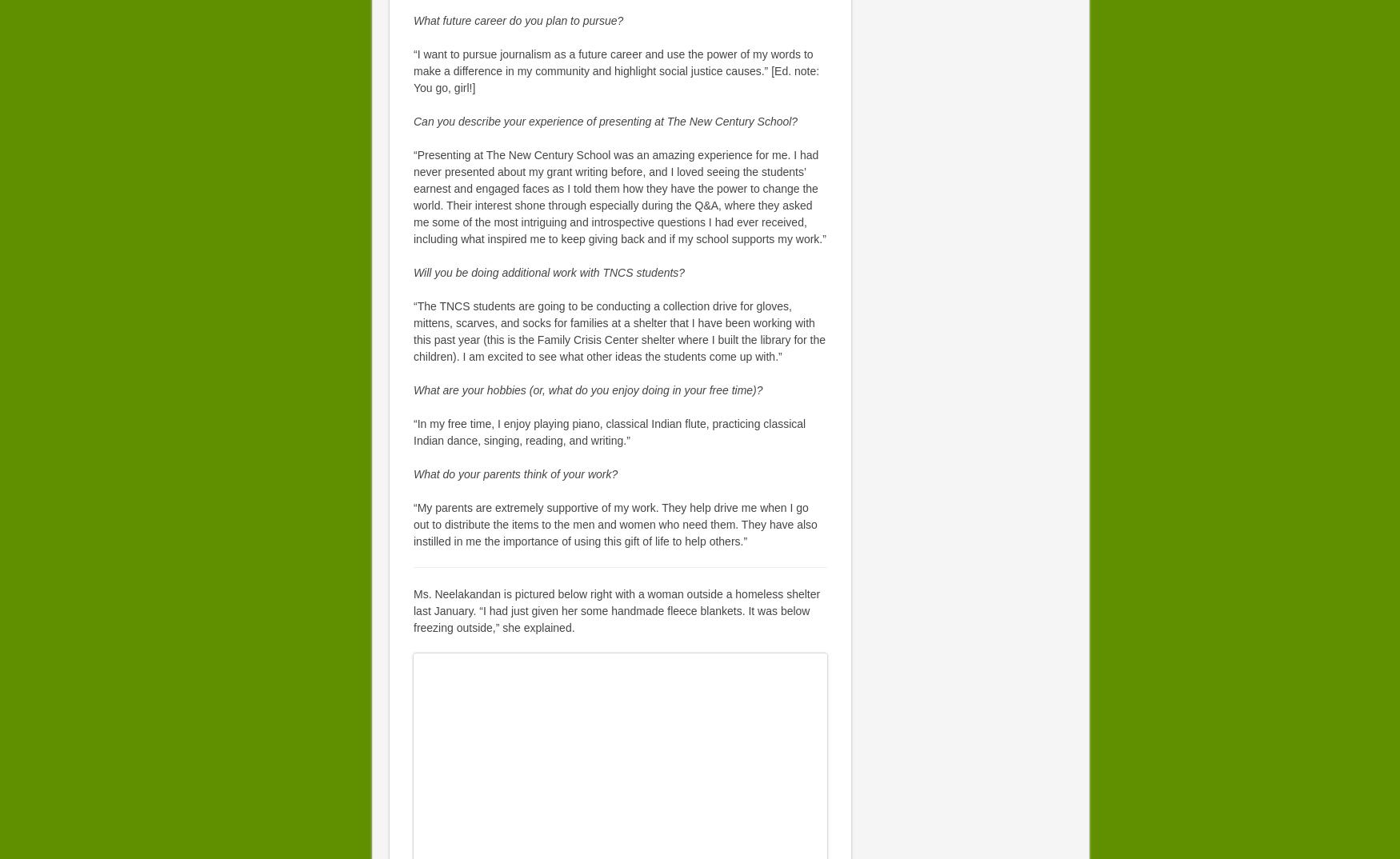 The width and height of the screenshot is (1400, 859). What do you see at coordinates (608, 431) in the screenshot?
I see `'“In my free time, I enjoy playing piano, classical Indian flute, practicing classical Indian dance, singing, reading, and writing.”'` at bounding box center [608, 431].